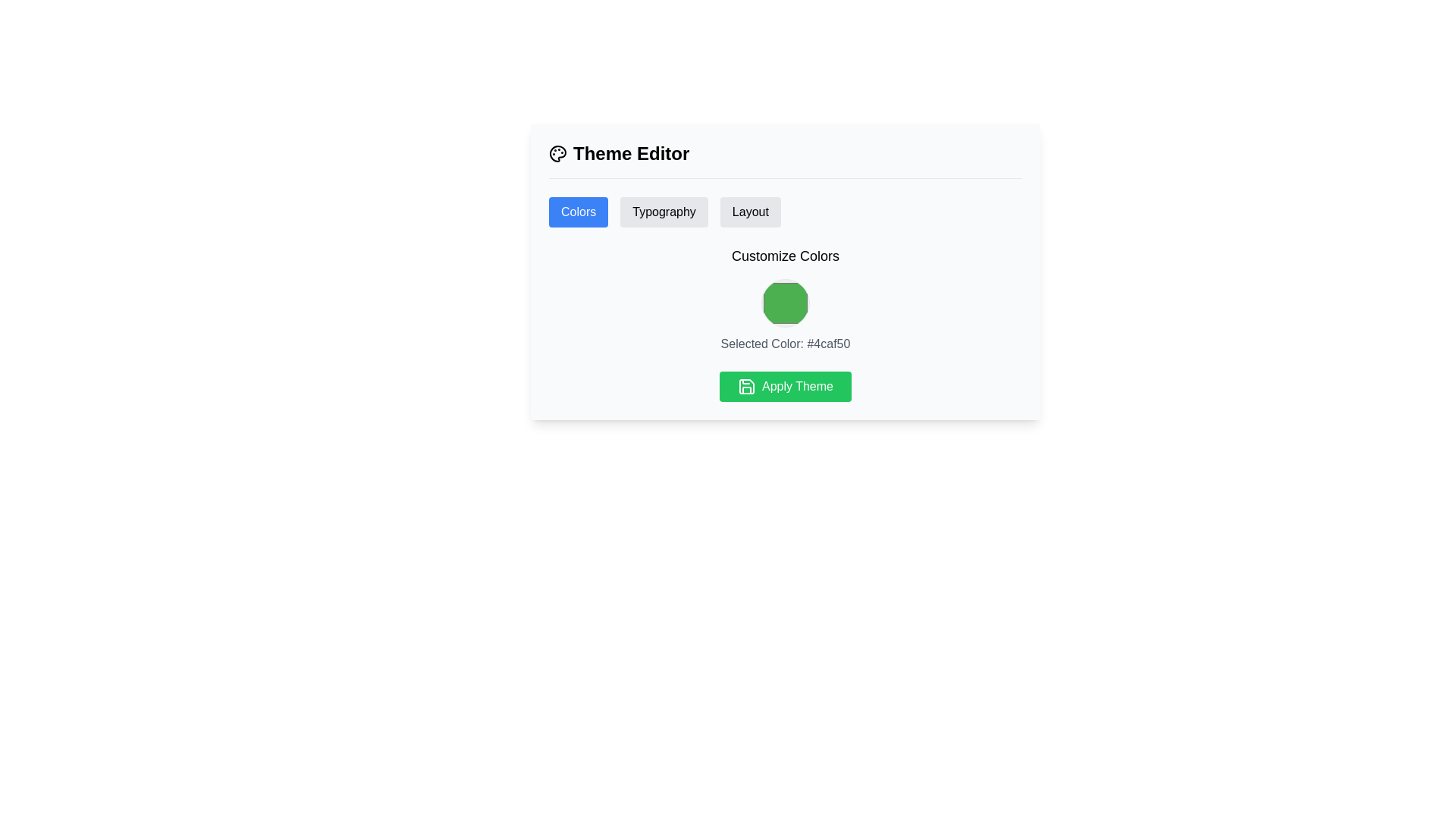  What do you see at coordinates (746, 385) in the screenshot?
I see `the save icon resembling a floppy disk, which is styled with a green background and located to the left of the 'Apply Theme' text within the button` at bounding box center [746, 385].